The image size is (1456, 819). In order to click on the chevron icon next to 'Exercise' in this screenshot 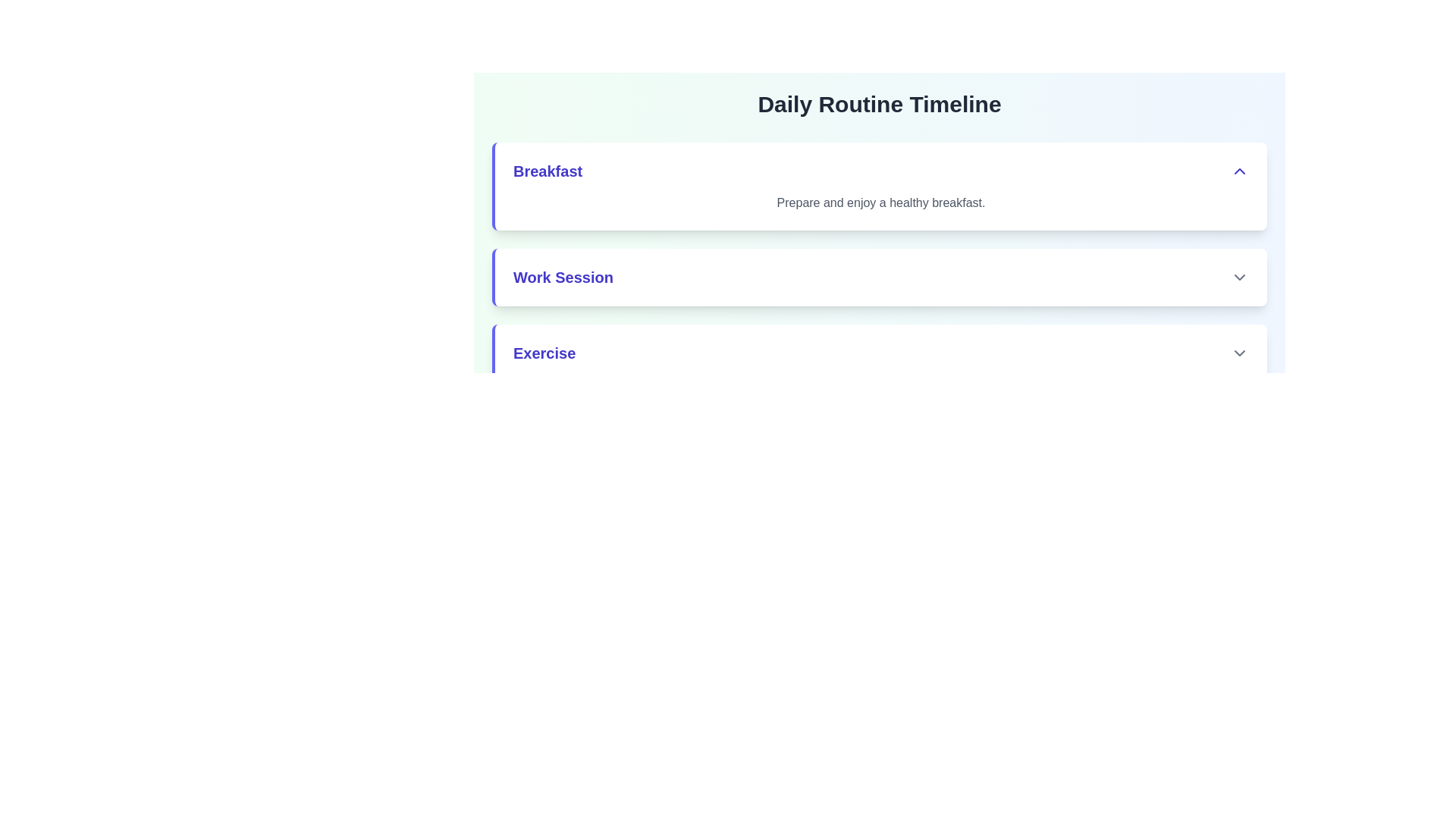, I will do `click(1240, 353)`.